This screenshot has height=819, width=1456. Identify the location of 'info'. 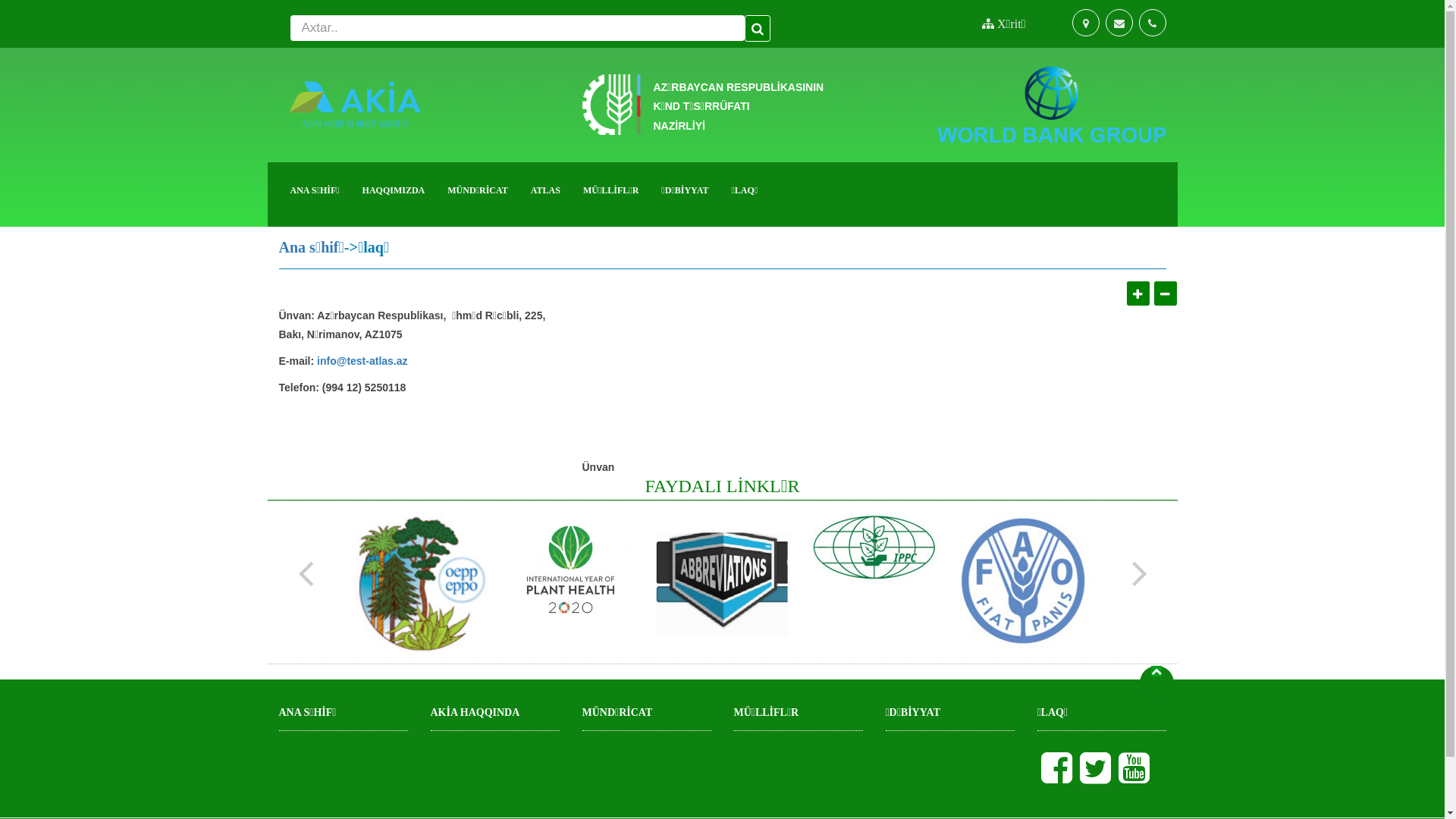
(326, 362).